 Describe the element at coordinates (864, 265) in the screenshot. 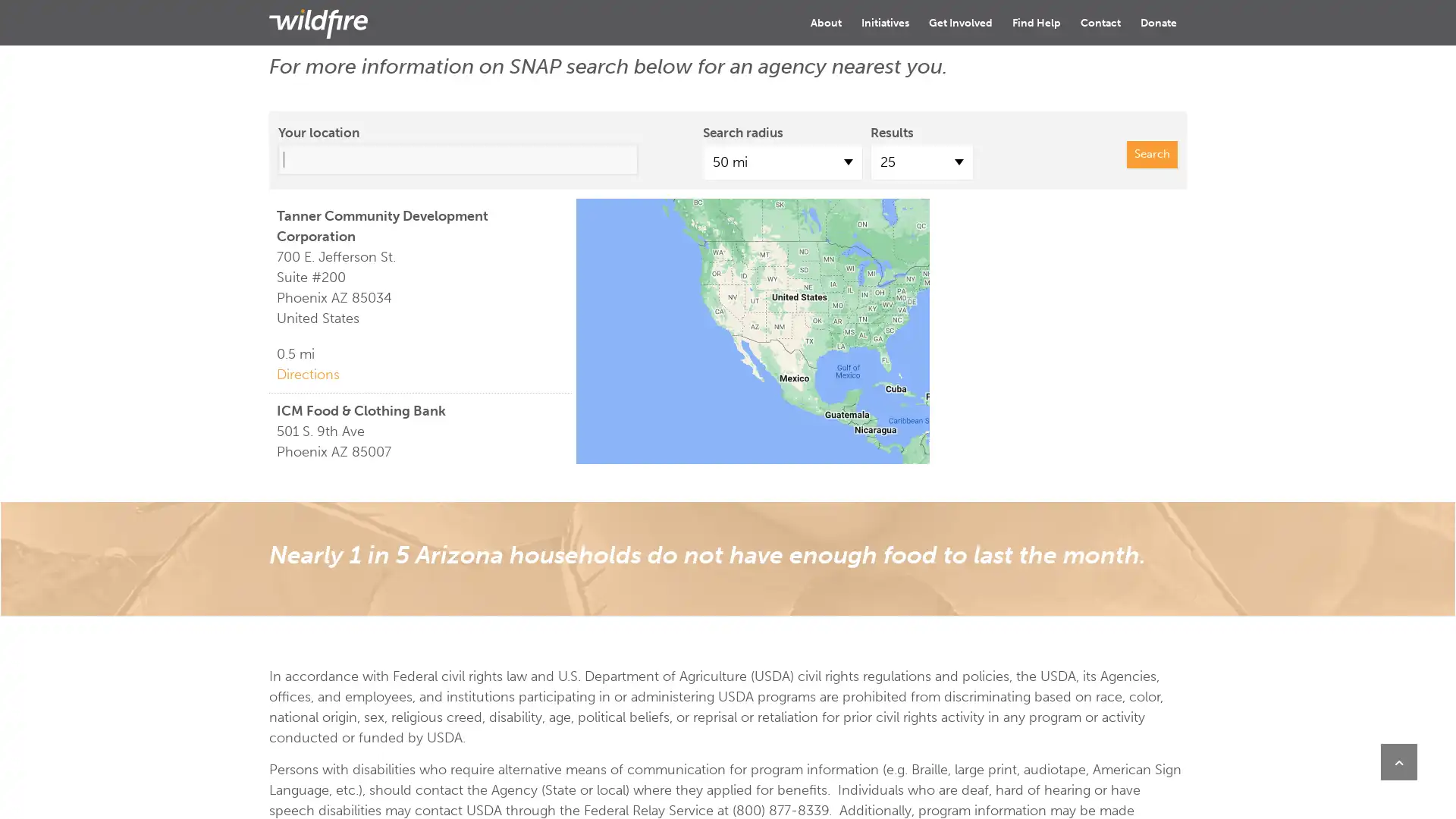

I see `Lutheran Social Services of the Southwest` at that location.